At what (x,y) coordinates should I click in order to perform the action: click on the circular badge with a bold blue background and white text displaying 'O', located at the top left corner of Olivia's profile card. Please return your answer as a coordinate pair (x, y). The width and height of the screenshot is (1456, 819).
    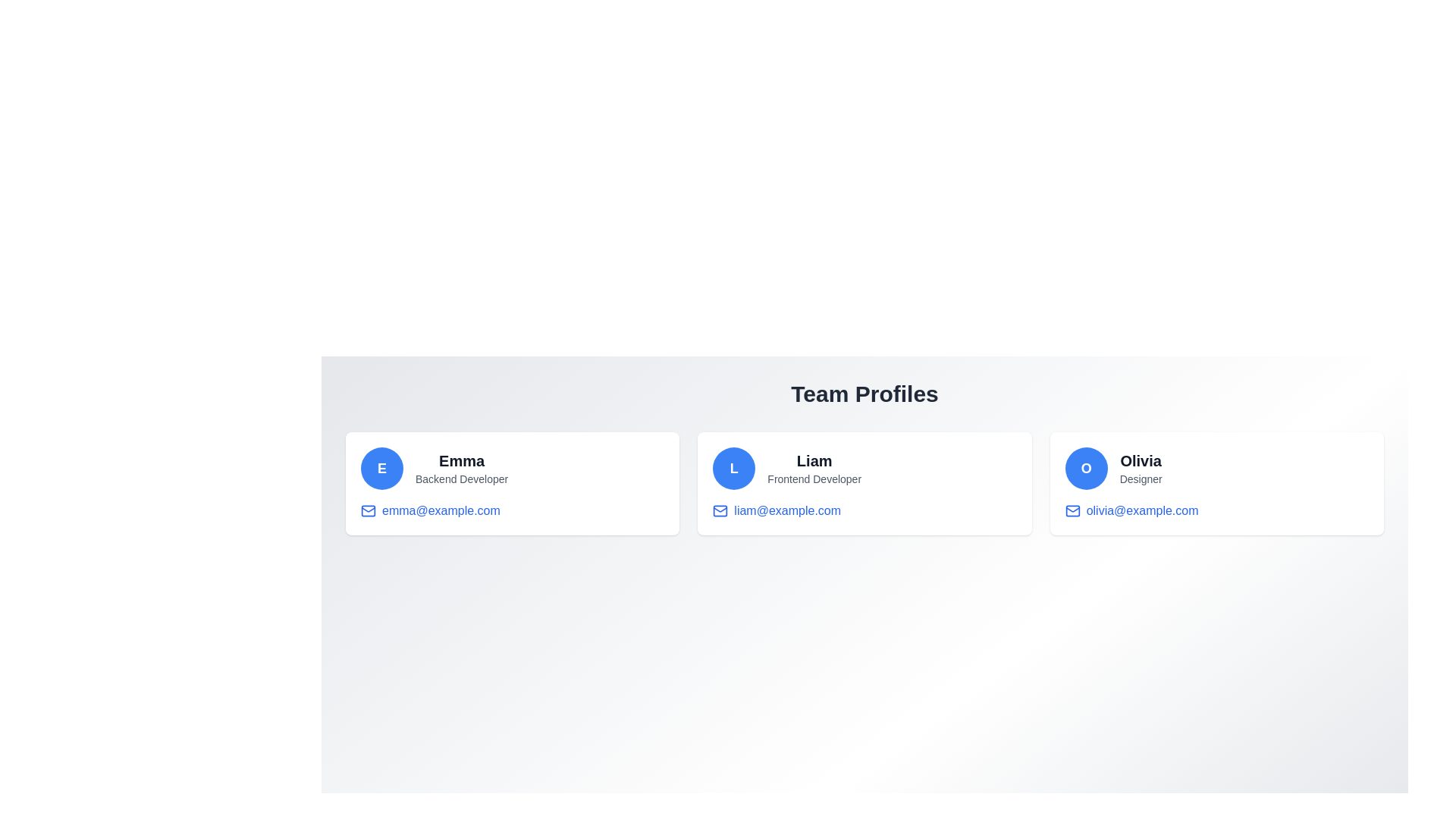
    Looking at the image, I should click on (1085, 467).